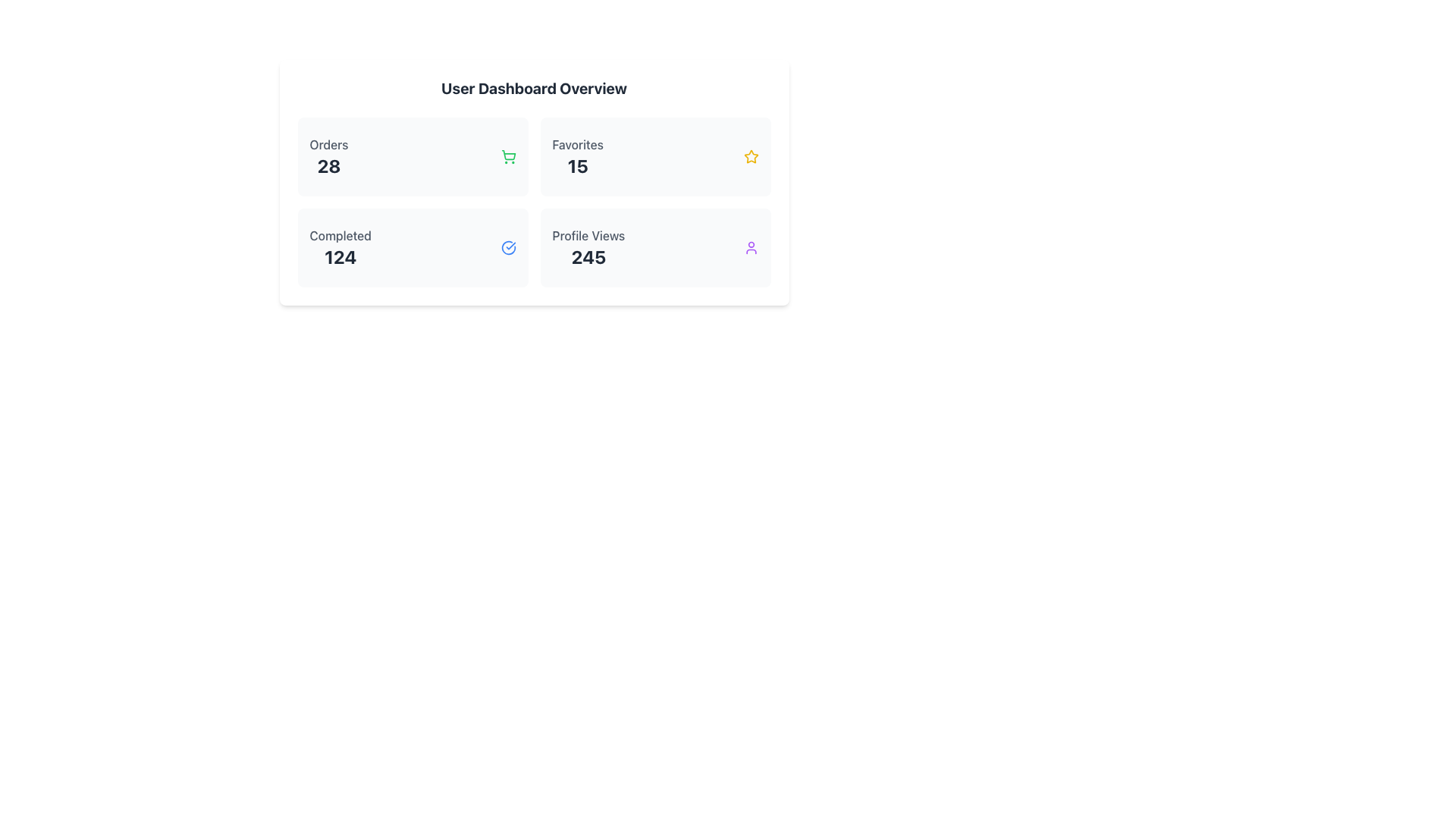  Describe the element at coordinates (588, 236) in the screenshot. I see `the label that clarifies the meaning of the numerical value '245', which represents the number of profile views, located in the second row, last column of a 2x2 grid structure` at that location.